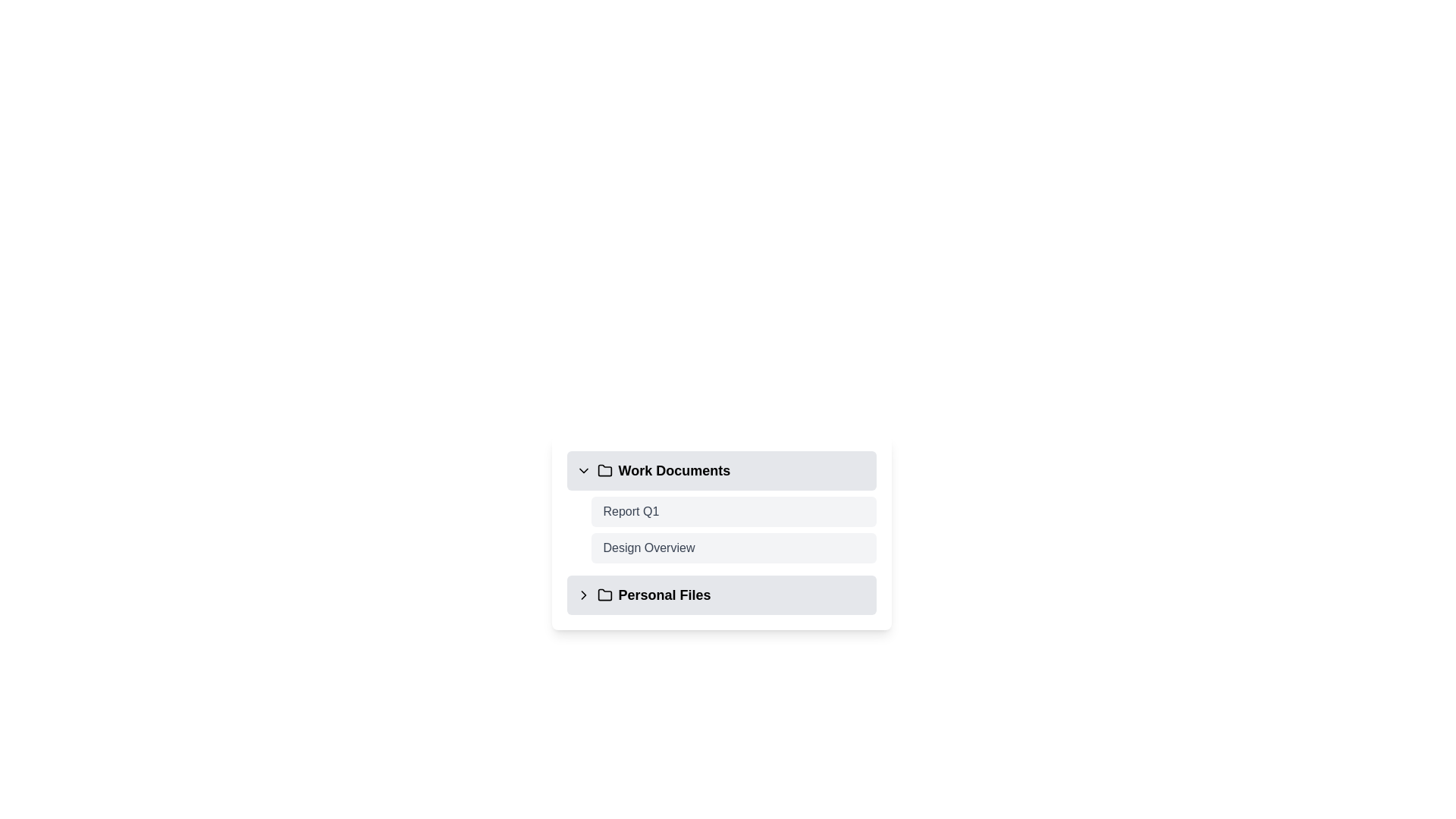 The width and height of the screenshot is (1456, 819). What do you see at coordinates (664, 595) in the screenshot?
I see `the Text Label indicating file category or directory, which is positioned to the right of a folder icon in the third item of a vertical list of file-related options` at bounding box center [664, 595].